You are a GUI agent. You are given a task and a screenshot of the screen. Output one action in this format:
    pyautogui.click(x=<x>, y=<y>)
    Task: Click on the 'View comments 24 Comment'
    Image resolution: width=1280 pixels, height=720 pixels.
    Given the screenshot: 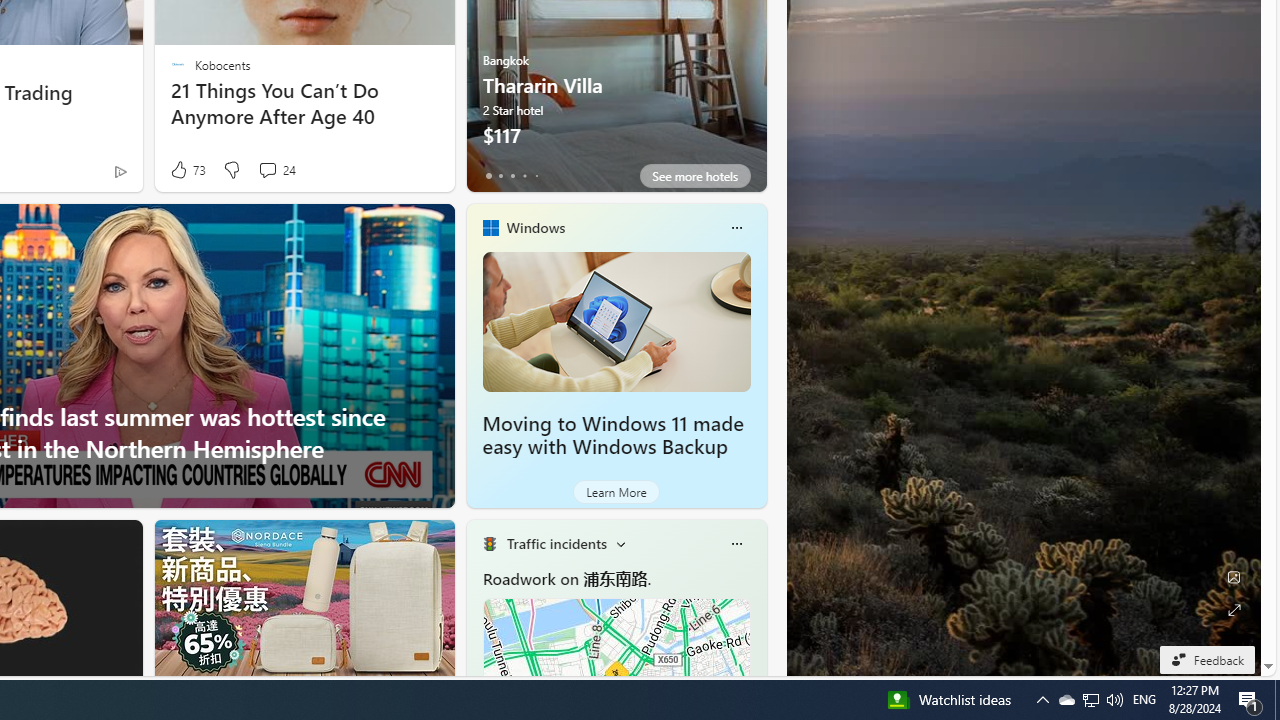 What is the action you would take?
    pyautogui.click(x=276, y=169)
    